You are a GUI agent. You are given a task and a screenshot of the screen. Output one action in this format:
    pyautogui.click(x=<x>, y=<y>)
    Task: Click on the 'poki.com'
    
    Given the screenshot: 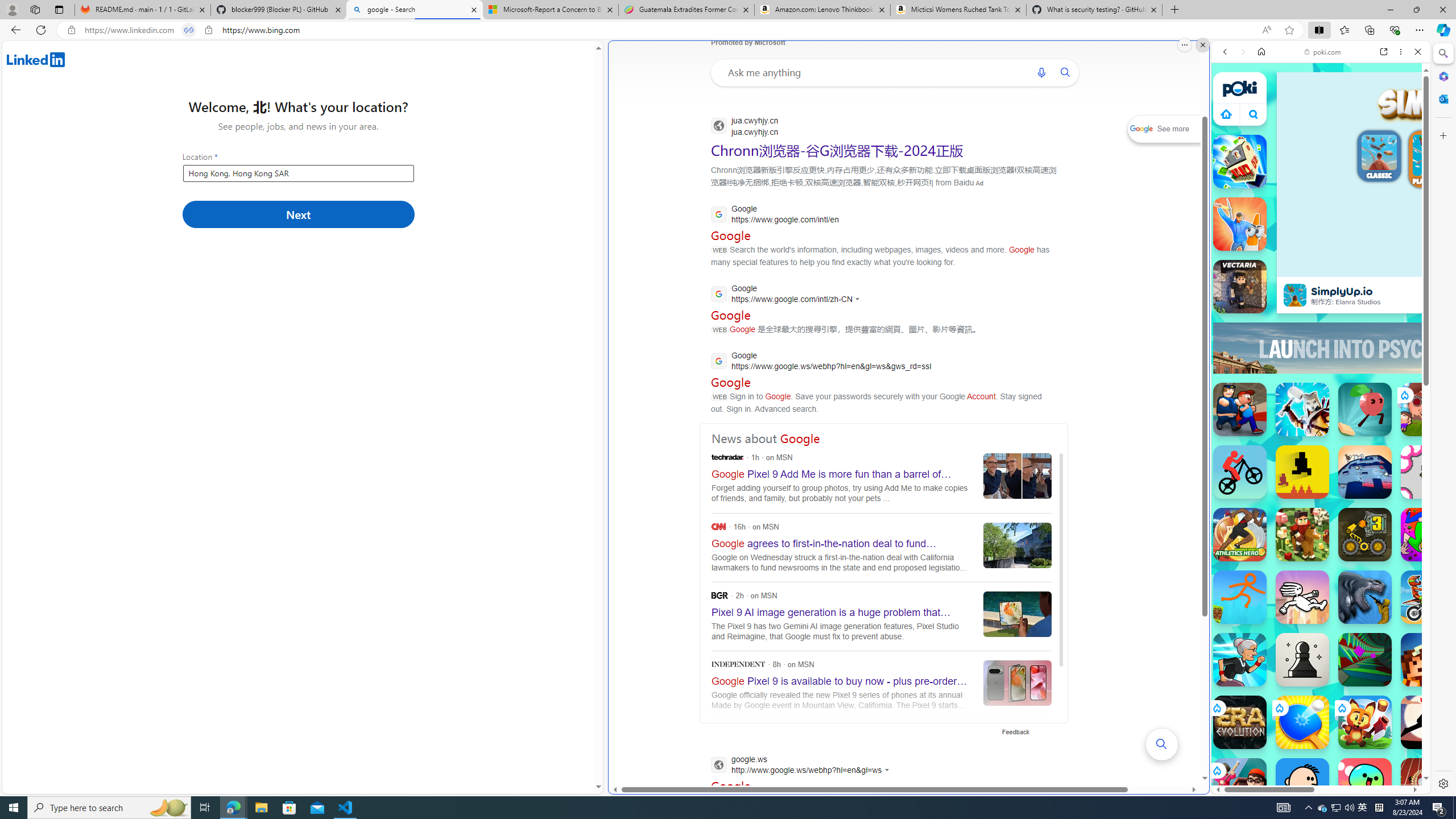 What is the action you would take?
    pyautogui.click(x=1322, y=52)
    